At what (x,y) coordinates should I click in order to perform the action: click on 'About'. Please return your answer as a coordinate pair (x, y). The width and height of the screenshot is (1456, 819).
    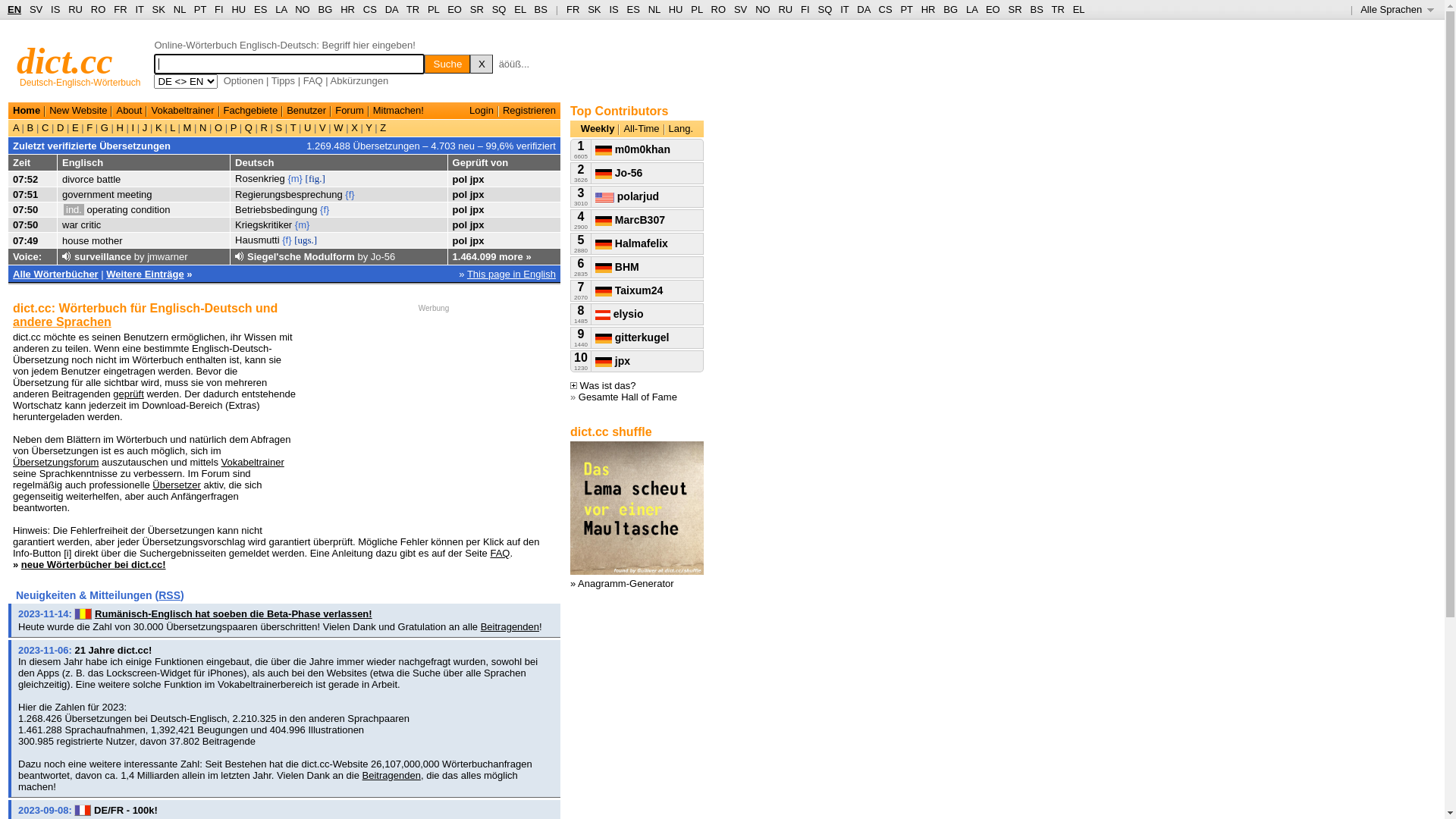
    Looking at the image, I should click on (128, 109).